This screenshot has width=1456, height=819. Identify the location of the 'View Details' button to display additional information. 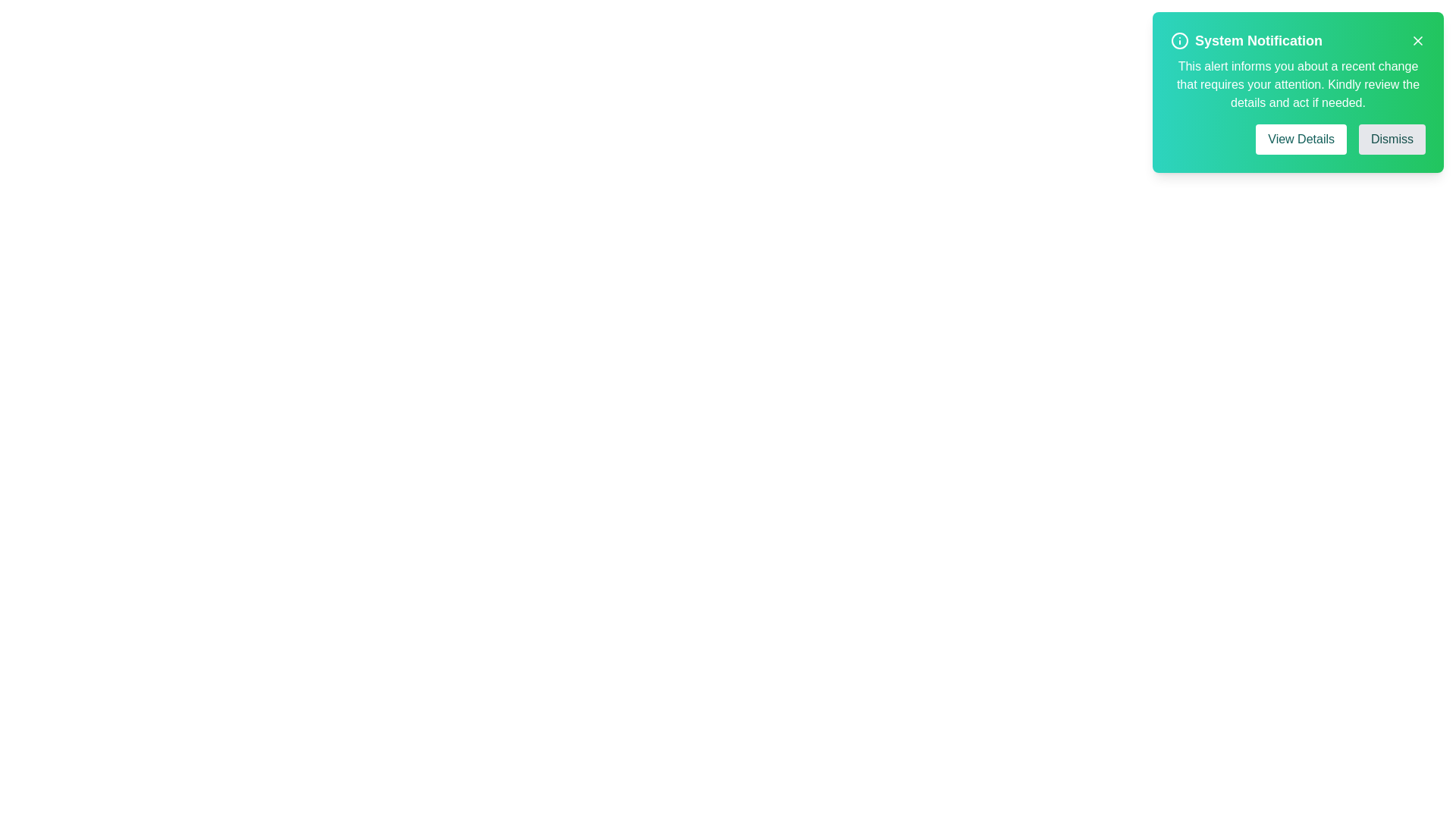
(1301, 140).